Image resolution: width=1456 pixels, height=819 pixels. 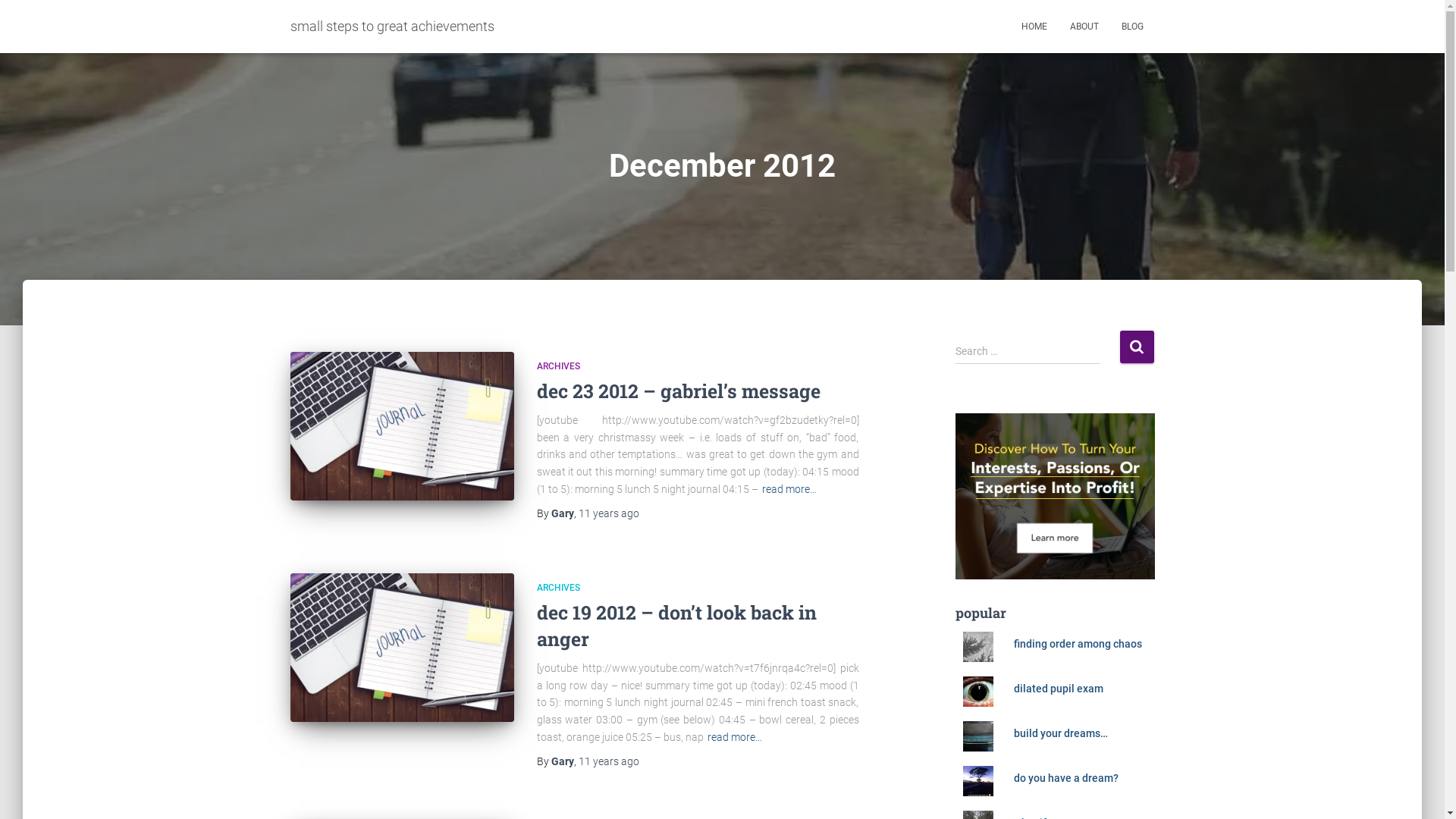 What do you see at coordinates (1065, 778) in the screenshot?
I see `'do you have a dream?'` at bounding box center [1065, 778].